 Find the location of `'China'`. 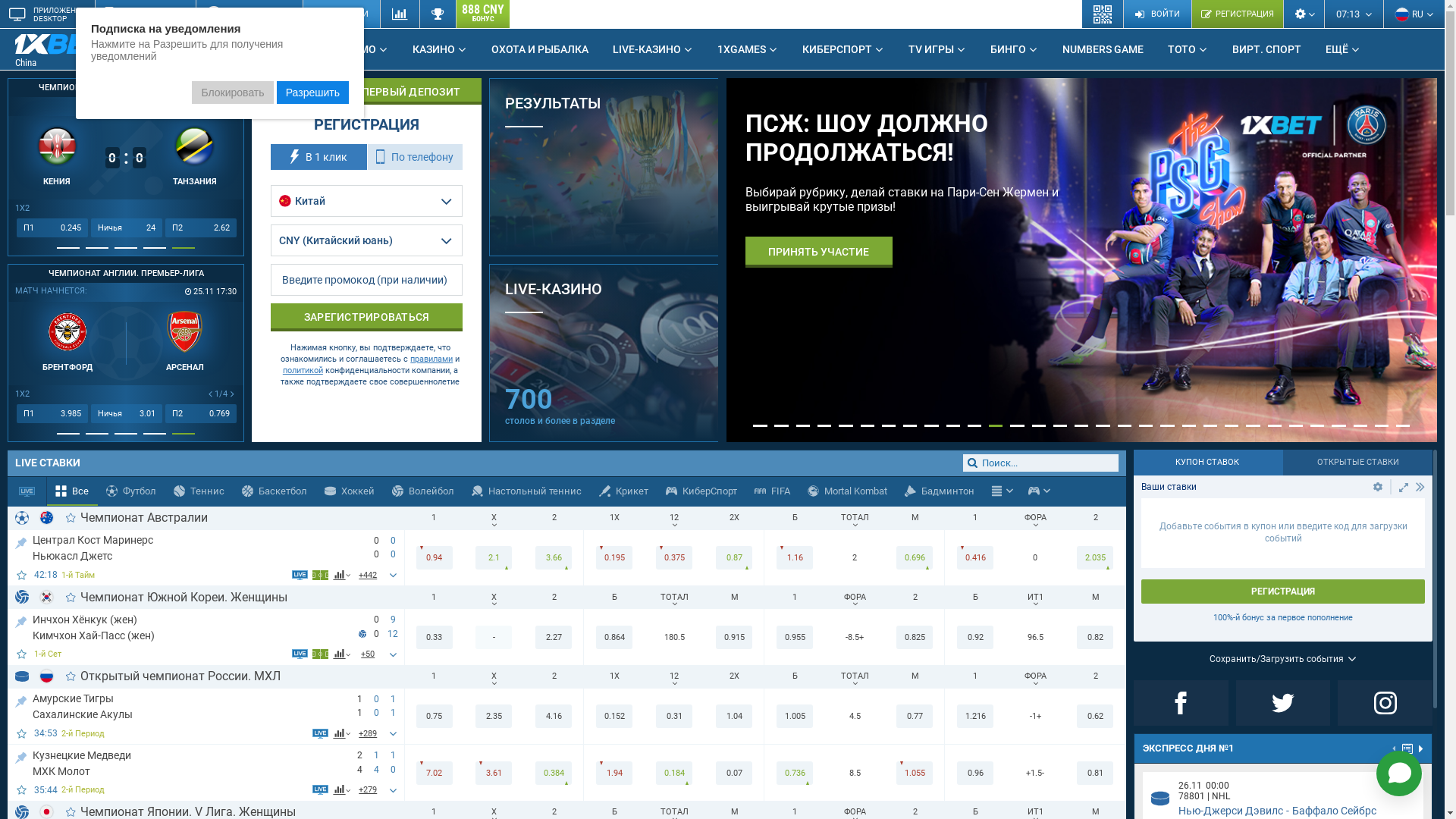

'China' is located at coordinates (71, 49).